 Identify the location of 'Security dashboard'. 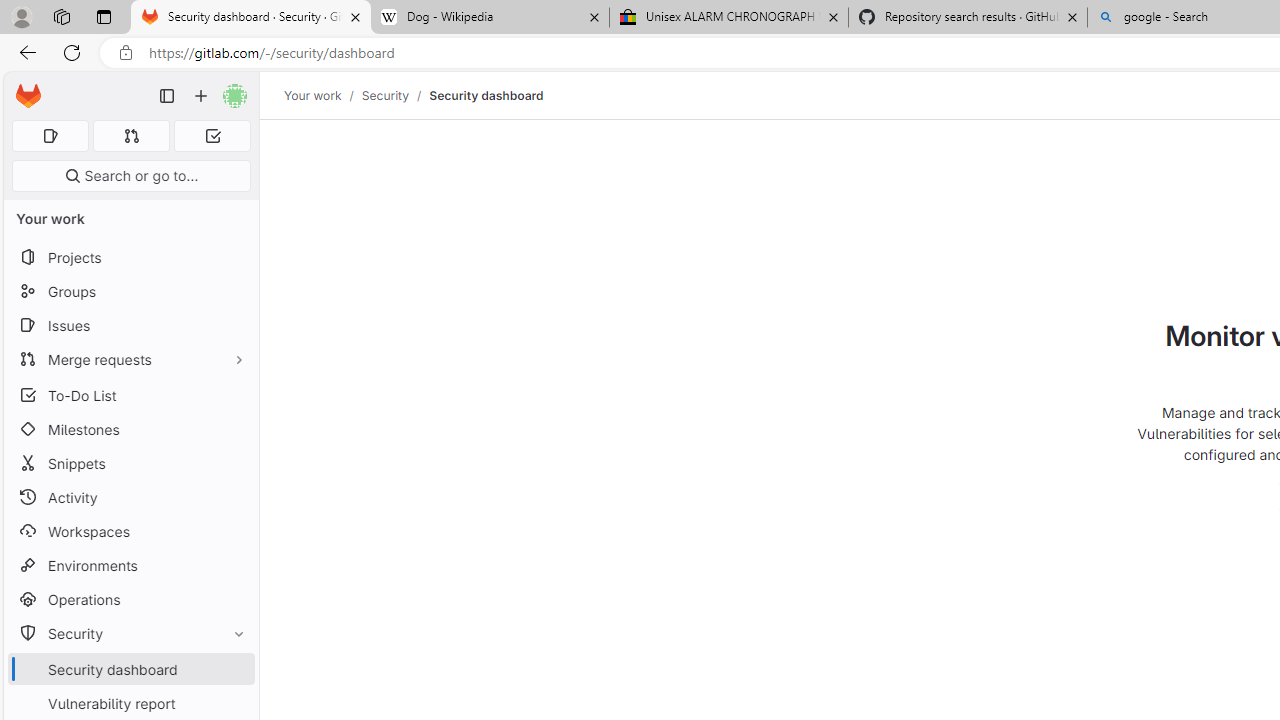
(486, 95).